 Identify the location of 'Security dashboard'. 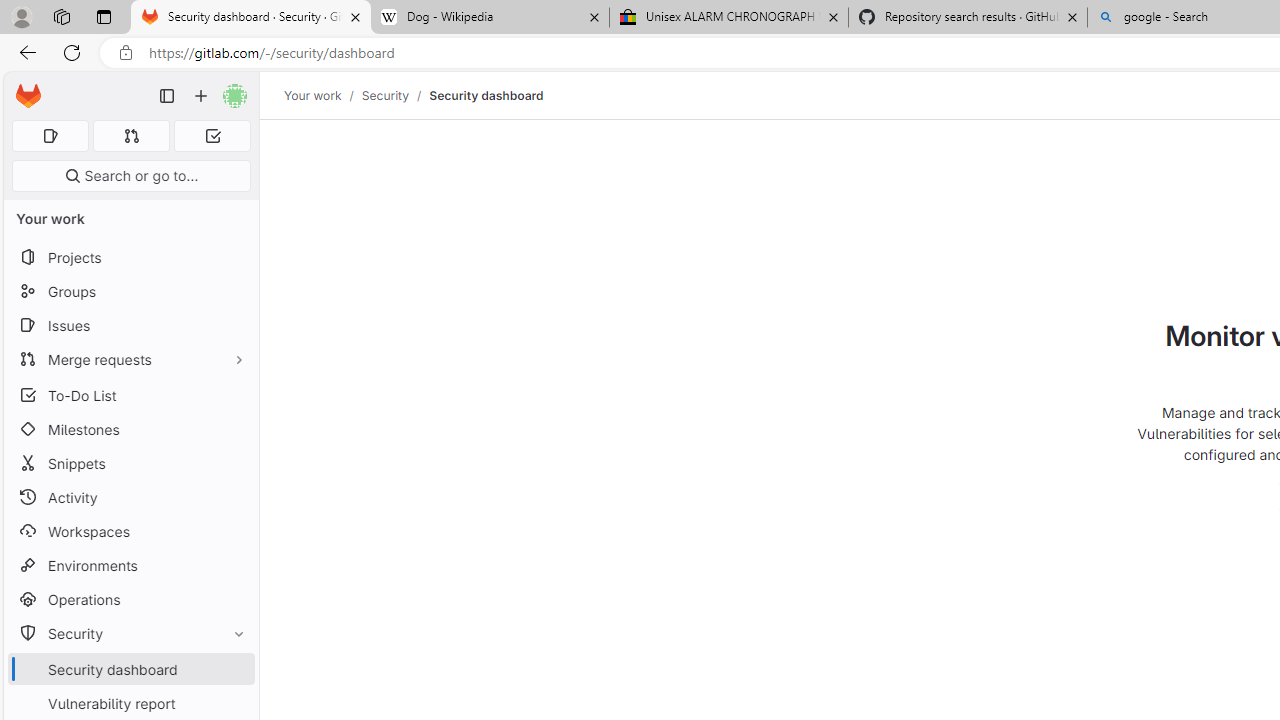
(486, 95).